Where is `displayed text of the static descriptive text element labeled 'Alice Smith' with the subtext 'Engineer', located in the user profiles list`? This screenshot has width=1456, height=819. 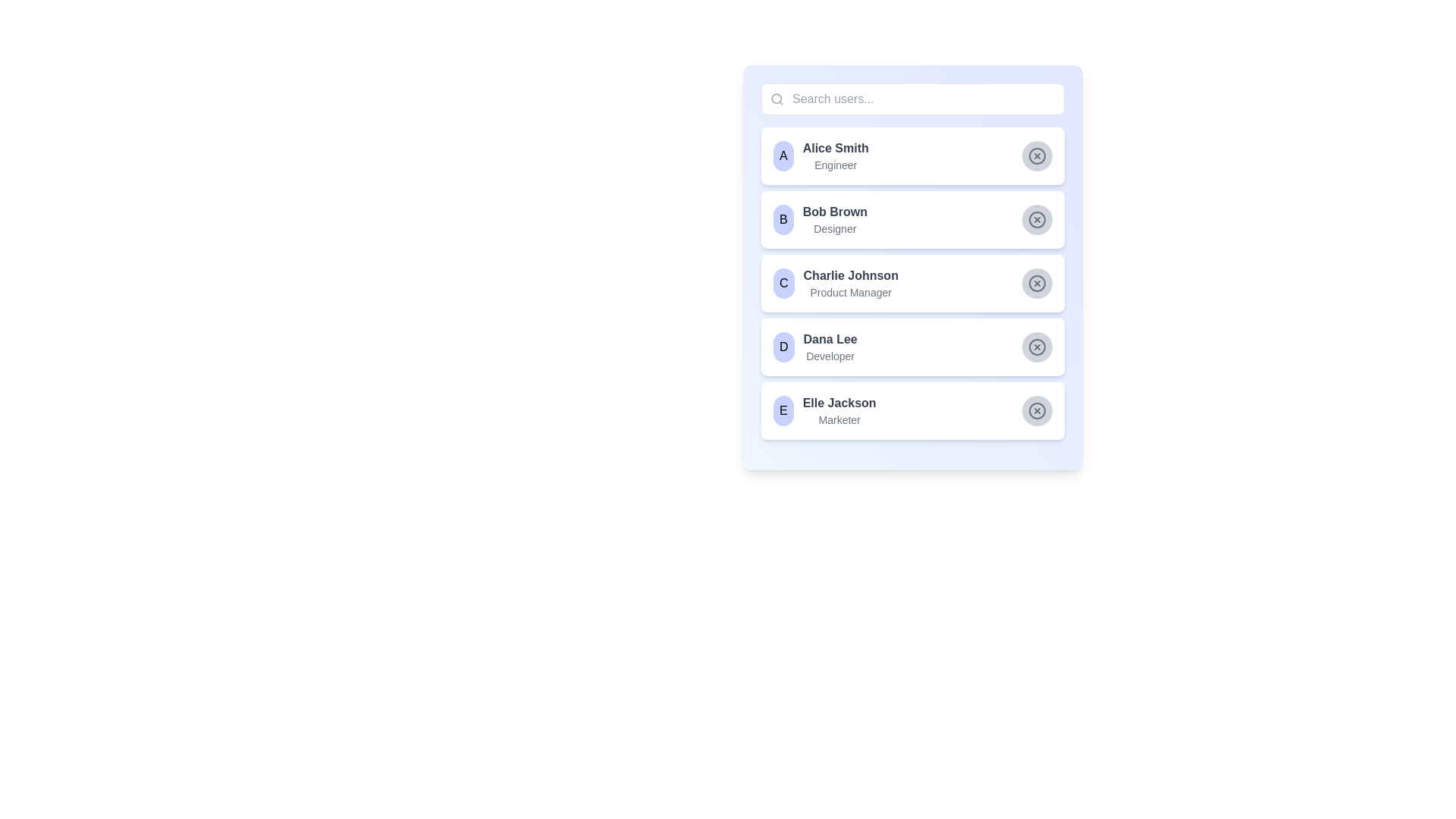 displayed text of the static descriptive text element labeled 'Alice Smith' with the subtext 'Engineer', located in the user profiles list is located at coordinates (835, 155).